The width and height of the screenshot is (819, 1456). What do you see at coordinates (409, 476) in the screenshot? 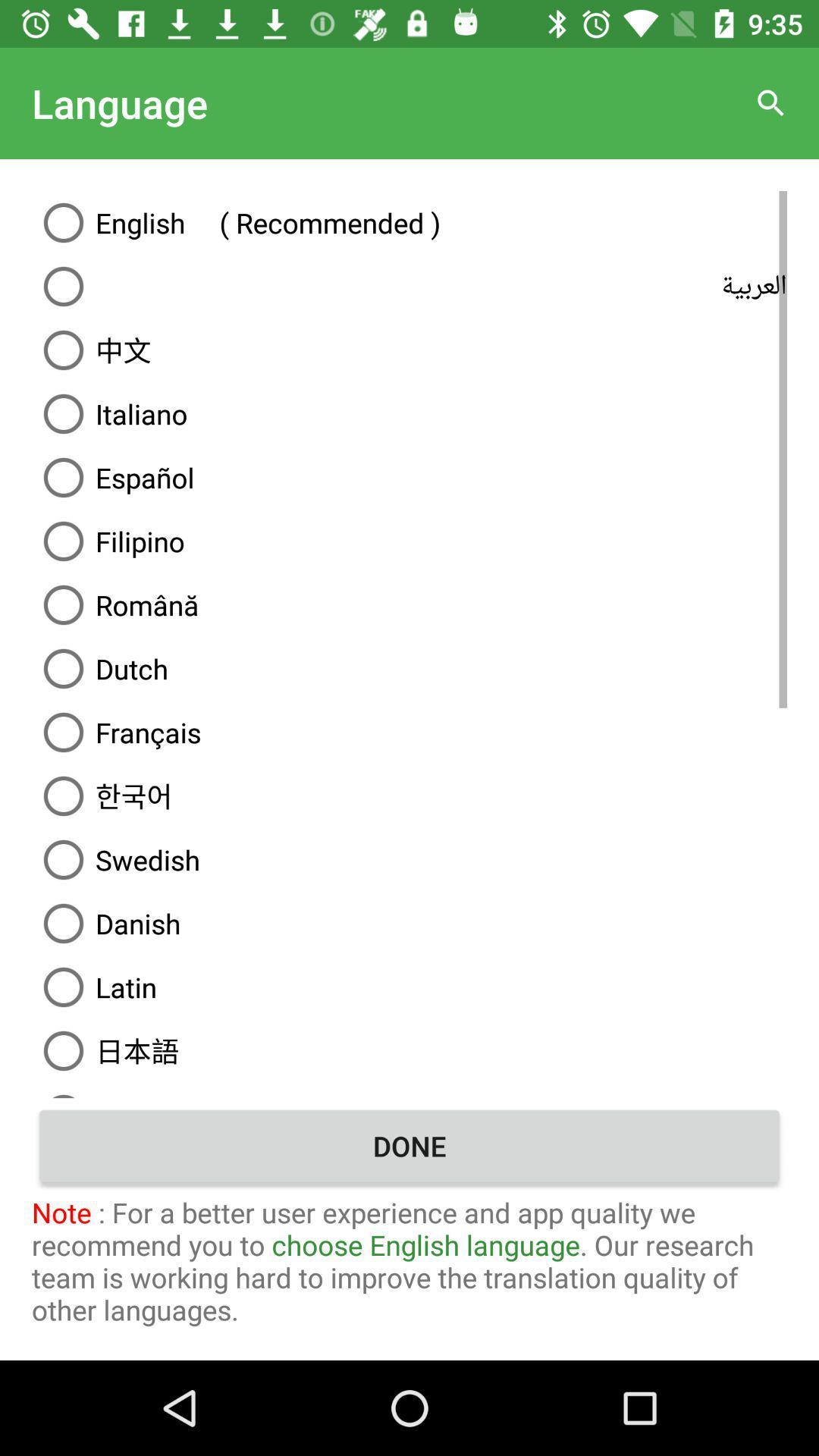
I see `the item below the italiano icon` at bounding box center [409, 476].